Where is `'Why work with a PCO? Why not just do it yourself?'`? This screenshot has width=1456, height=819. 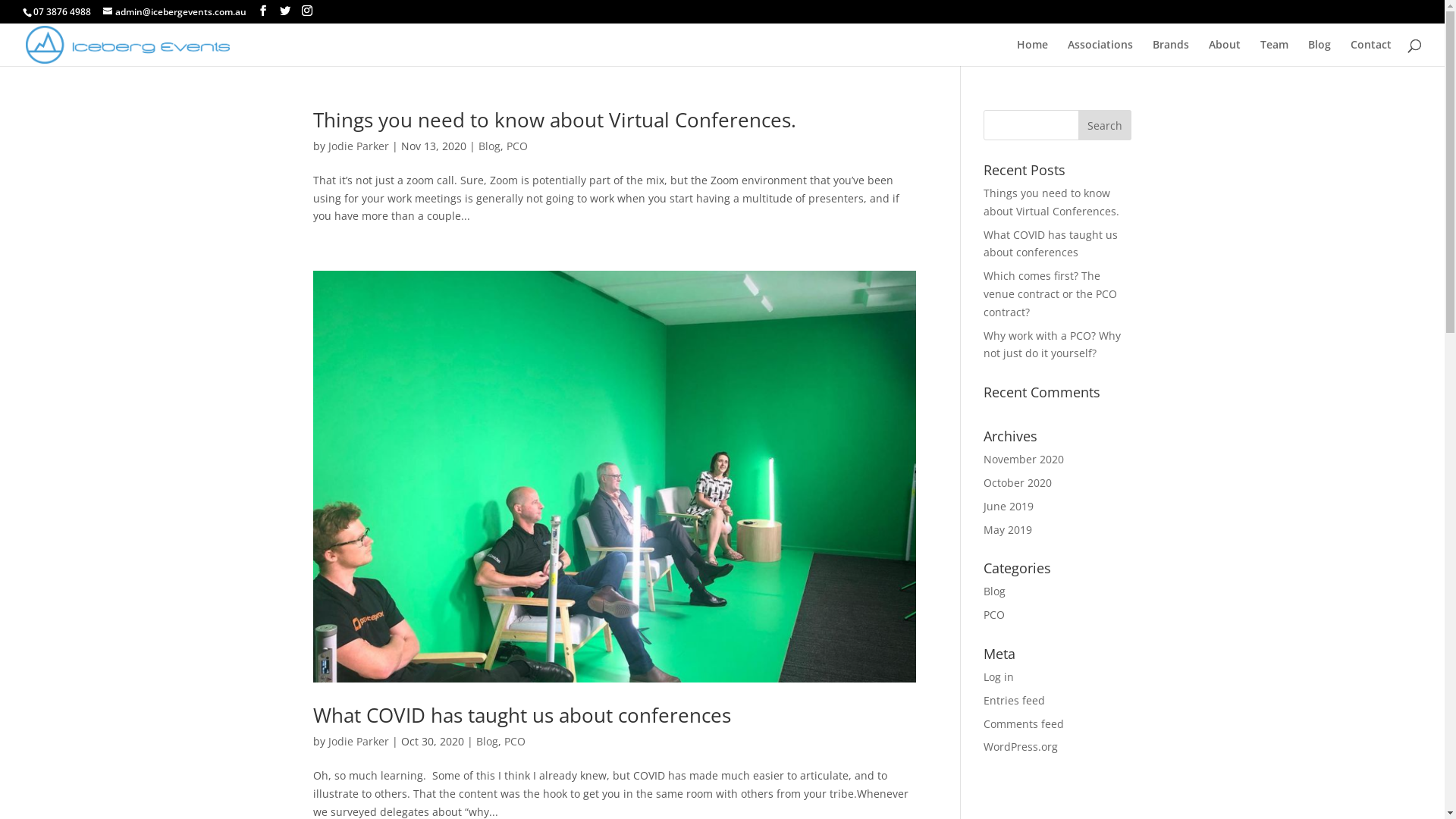
'Why work with a PCO? Why not just do it yourself?' is located at coordinates (1051, 344).